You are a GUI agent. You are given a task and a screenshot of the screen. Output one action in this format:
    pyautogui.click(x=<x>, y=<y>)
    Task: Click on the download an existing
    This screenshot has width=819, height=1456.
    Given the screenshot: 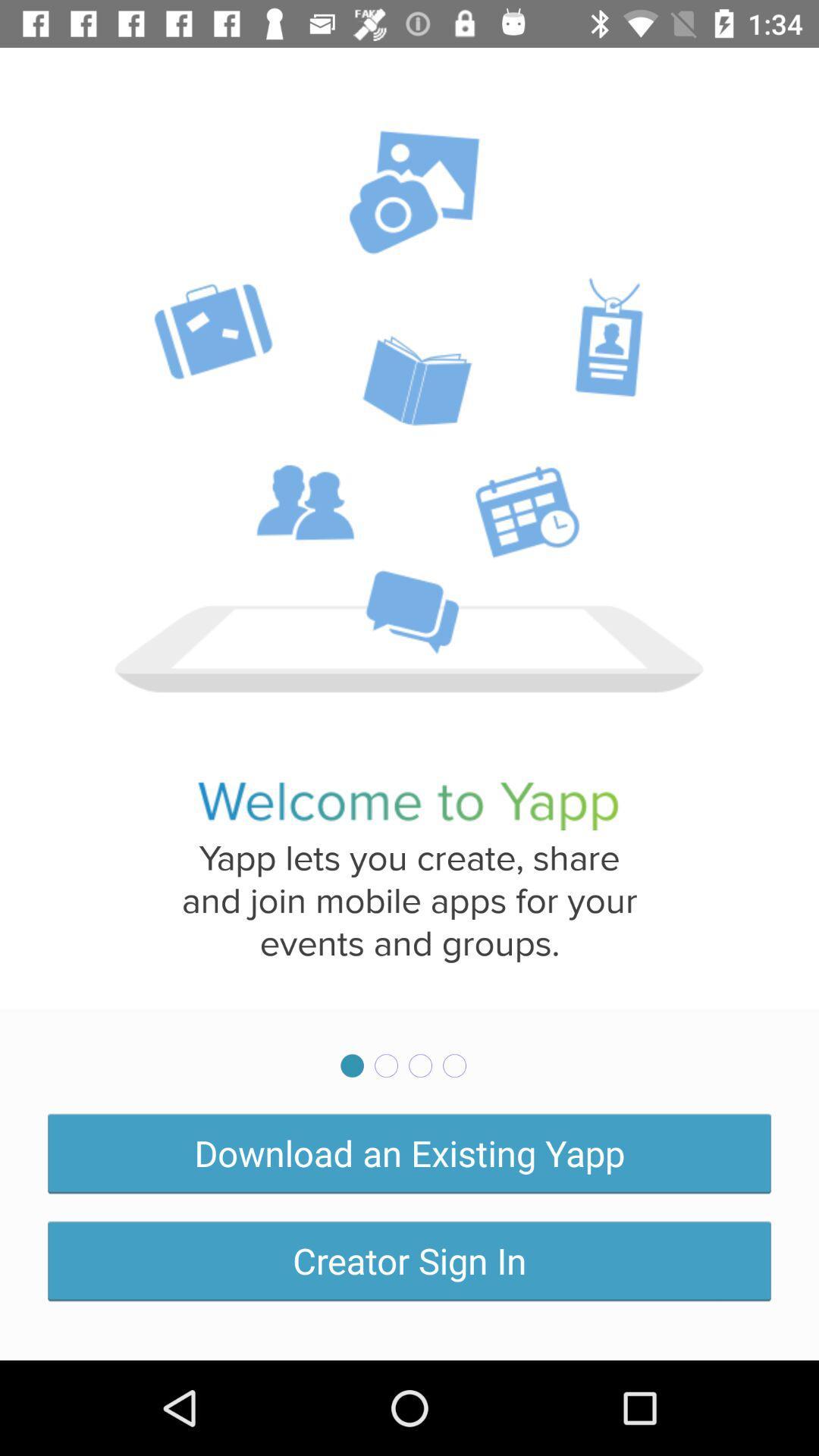 What is the action you would take?
    pyautogui.click(x=409, y=1153)
    